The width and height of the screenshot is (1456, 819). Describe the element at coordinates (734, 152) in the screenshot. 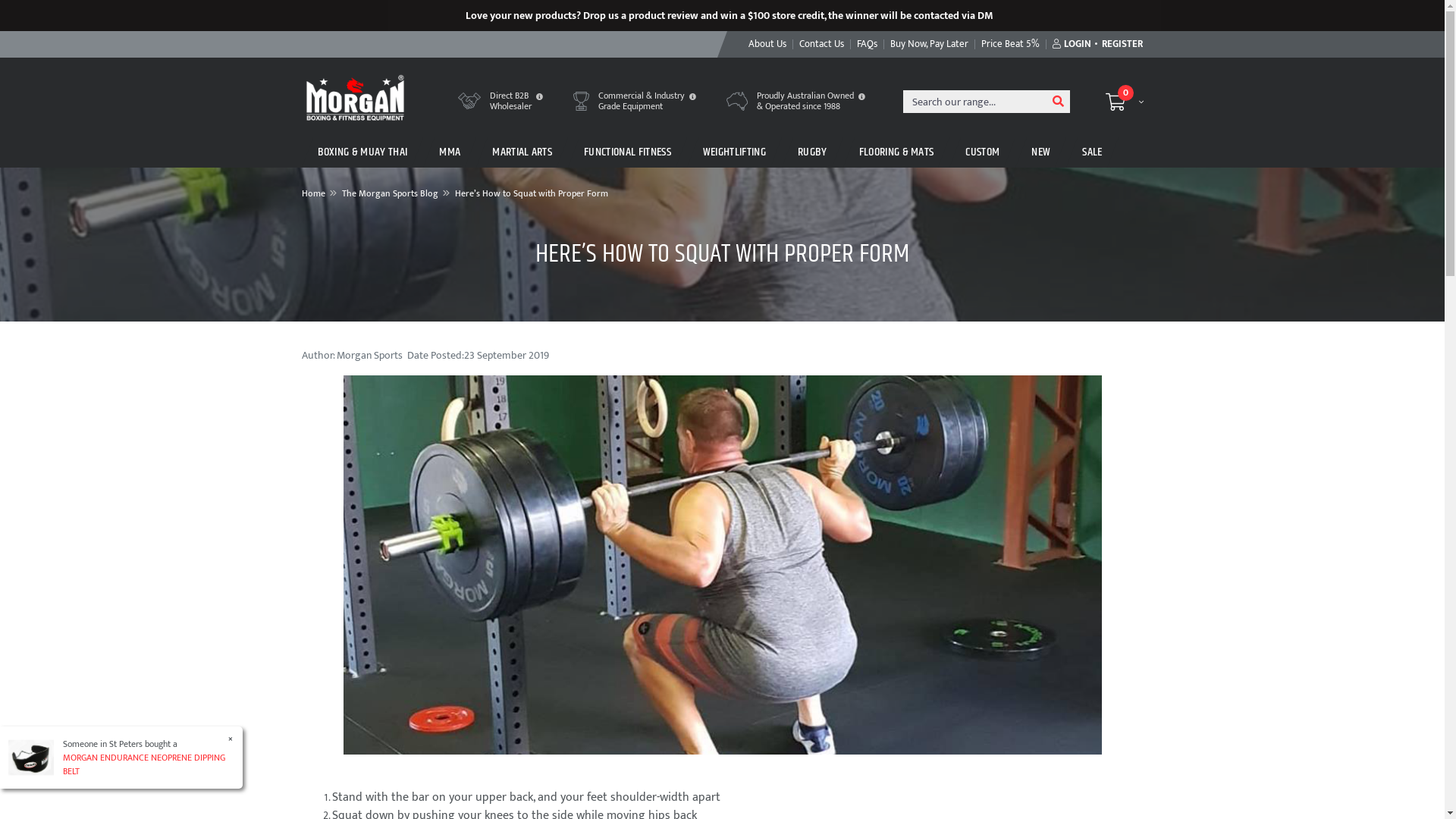

I see `'WEIGHTLIFTING'` at that location.